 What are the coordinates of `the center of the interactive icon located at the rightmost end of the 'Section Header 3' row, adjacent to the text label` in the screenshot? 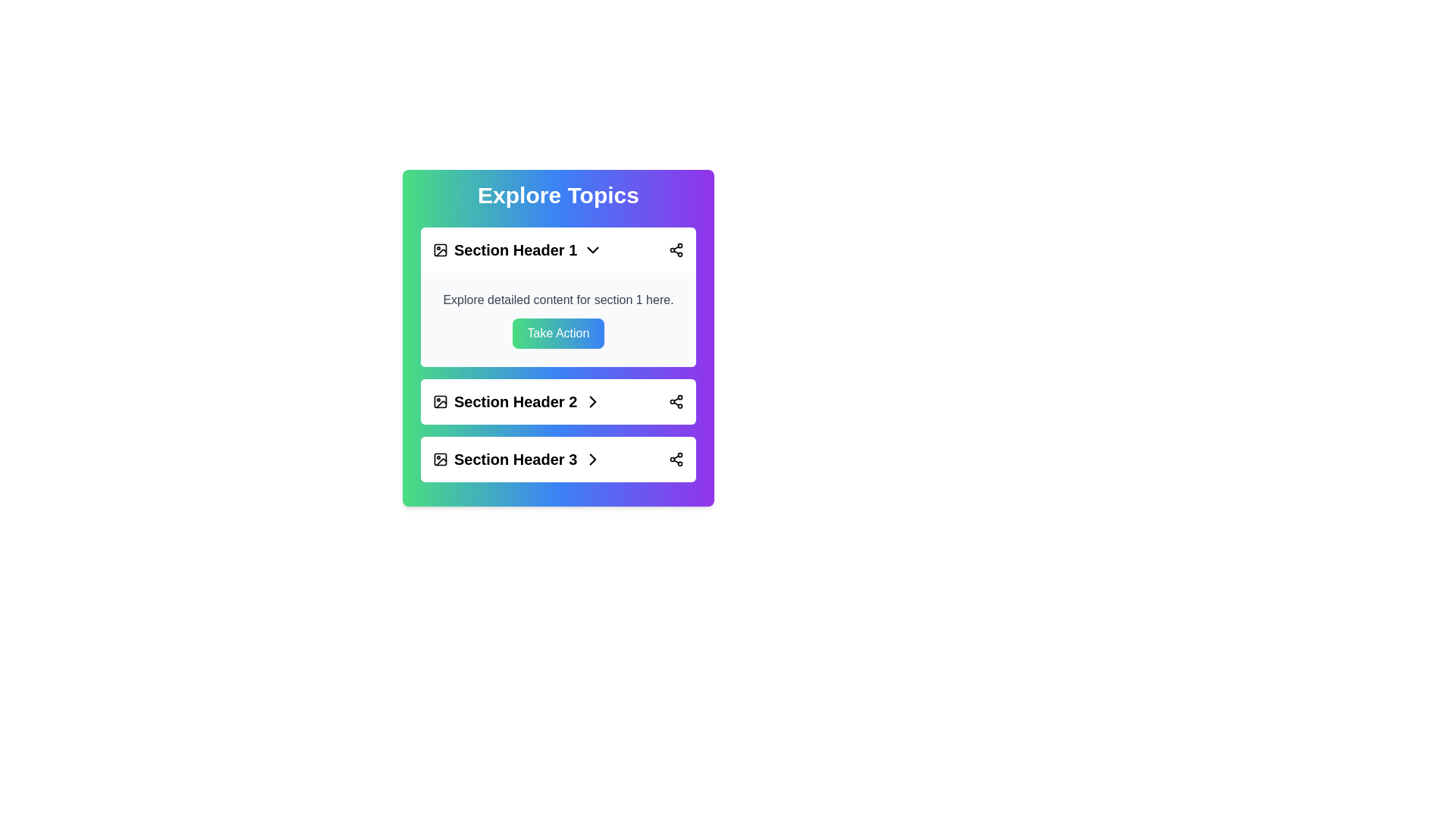 It's located at (592, 458).